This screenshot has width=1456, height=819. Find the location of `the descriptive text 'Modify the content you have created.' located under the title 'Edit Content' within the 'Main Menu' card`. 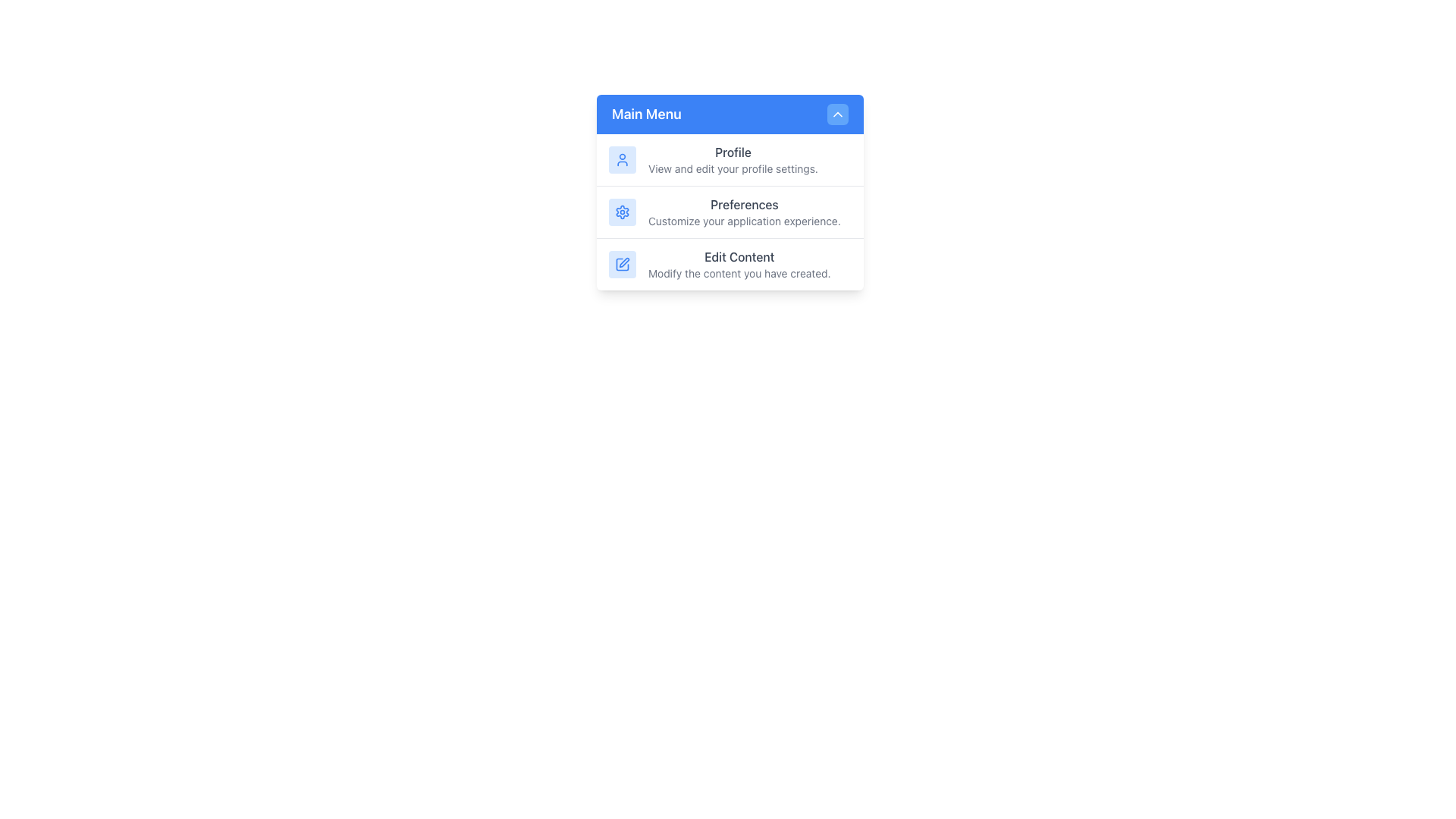

the descriptive text 'Modify the content you have created.' located under the title 'Edit Content' within the 'Main Menu' card is located at coordinates (739, 274).